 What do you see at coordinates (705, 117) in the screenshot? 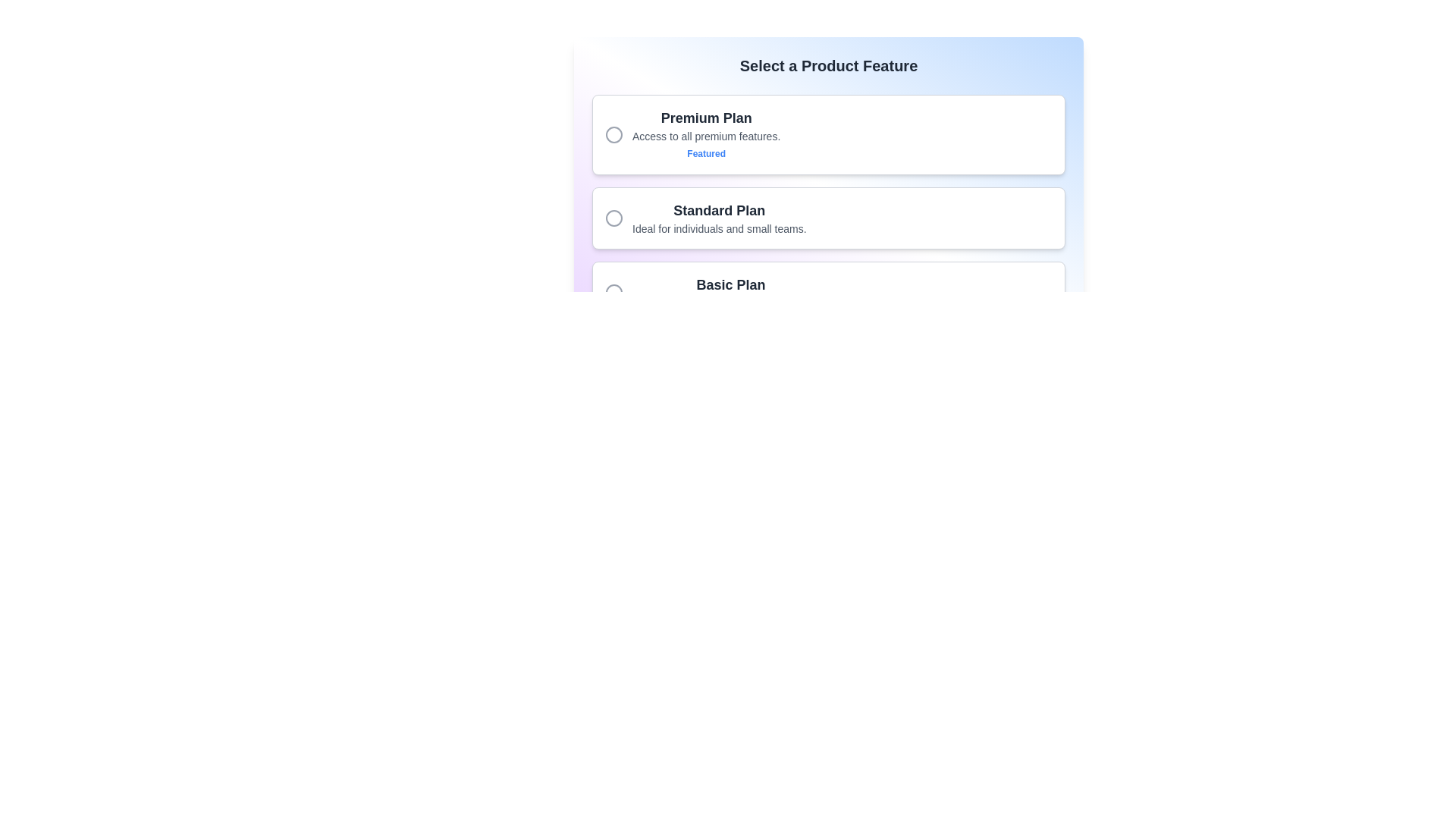
I see `the Text Label that indicates the specific subscription plan, located under 'Select a Product Feature' and aligned to the left of a circular radio button` at bounding box center [705, 117].